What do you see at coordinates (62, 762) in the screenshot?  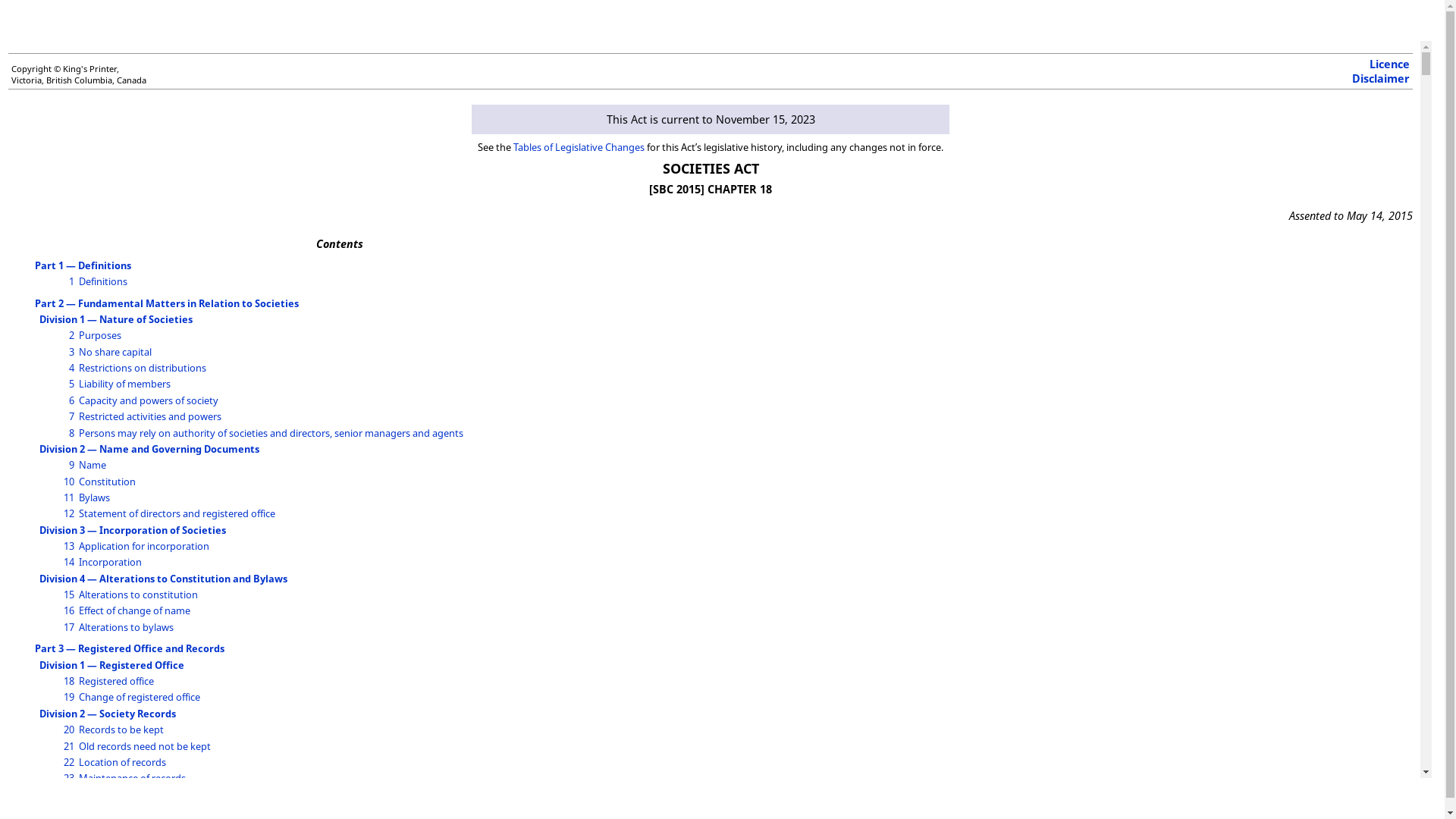 I see `'22'` at bounding box center [62, 762].